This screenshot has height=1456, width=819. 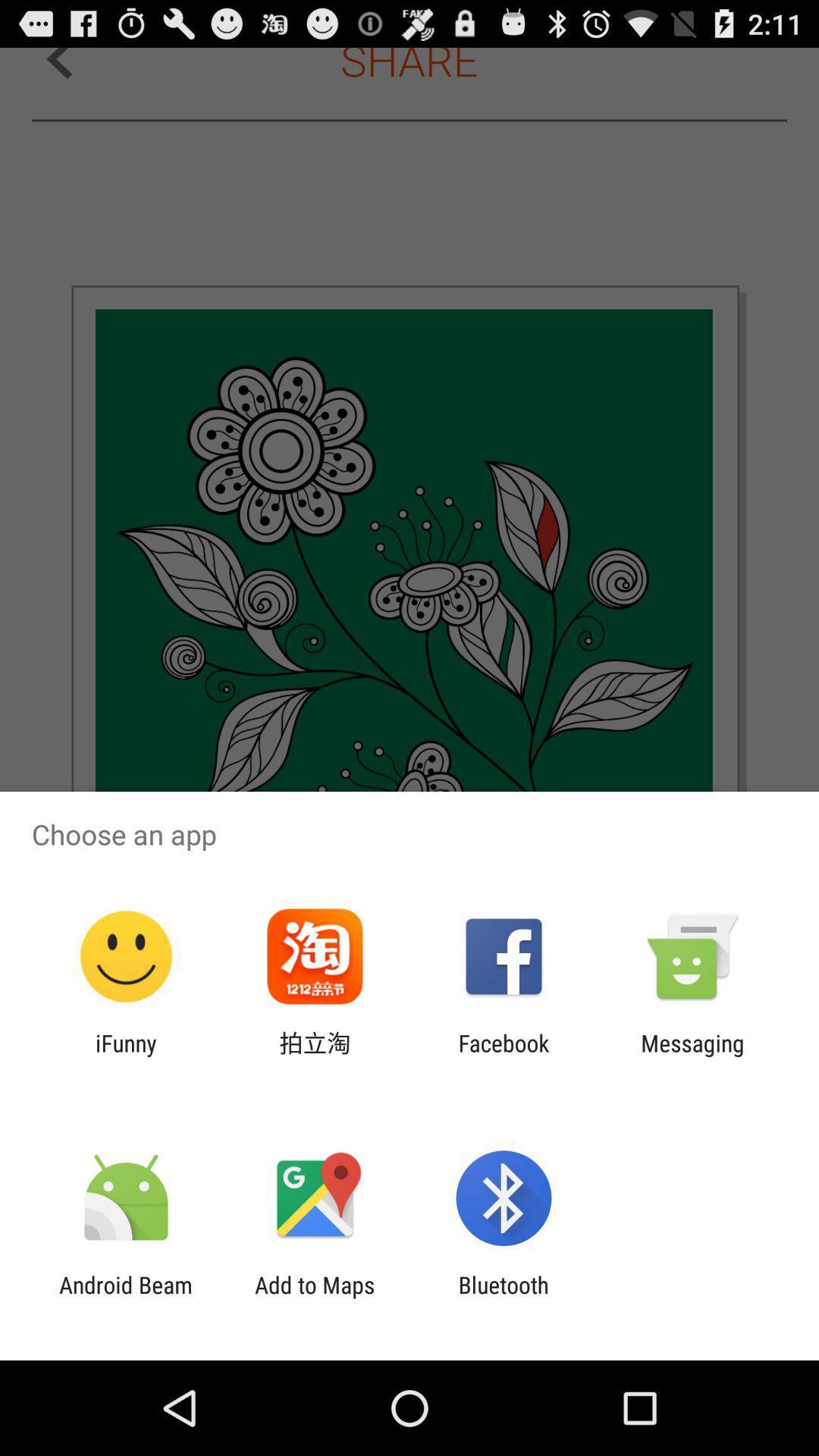 I want to click on icon next to messaging icon, so click(x=504, y=1056).